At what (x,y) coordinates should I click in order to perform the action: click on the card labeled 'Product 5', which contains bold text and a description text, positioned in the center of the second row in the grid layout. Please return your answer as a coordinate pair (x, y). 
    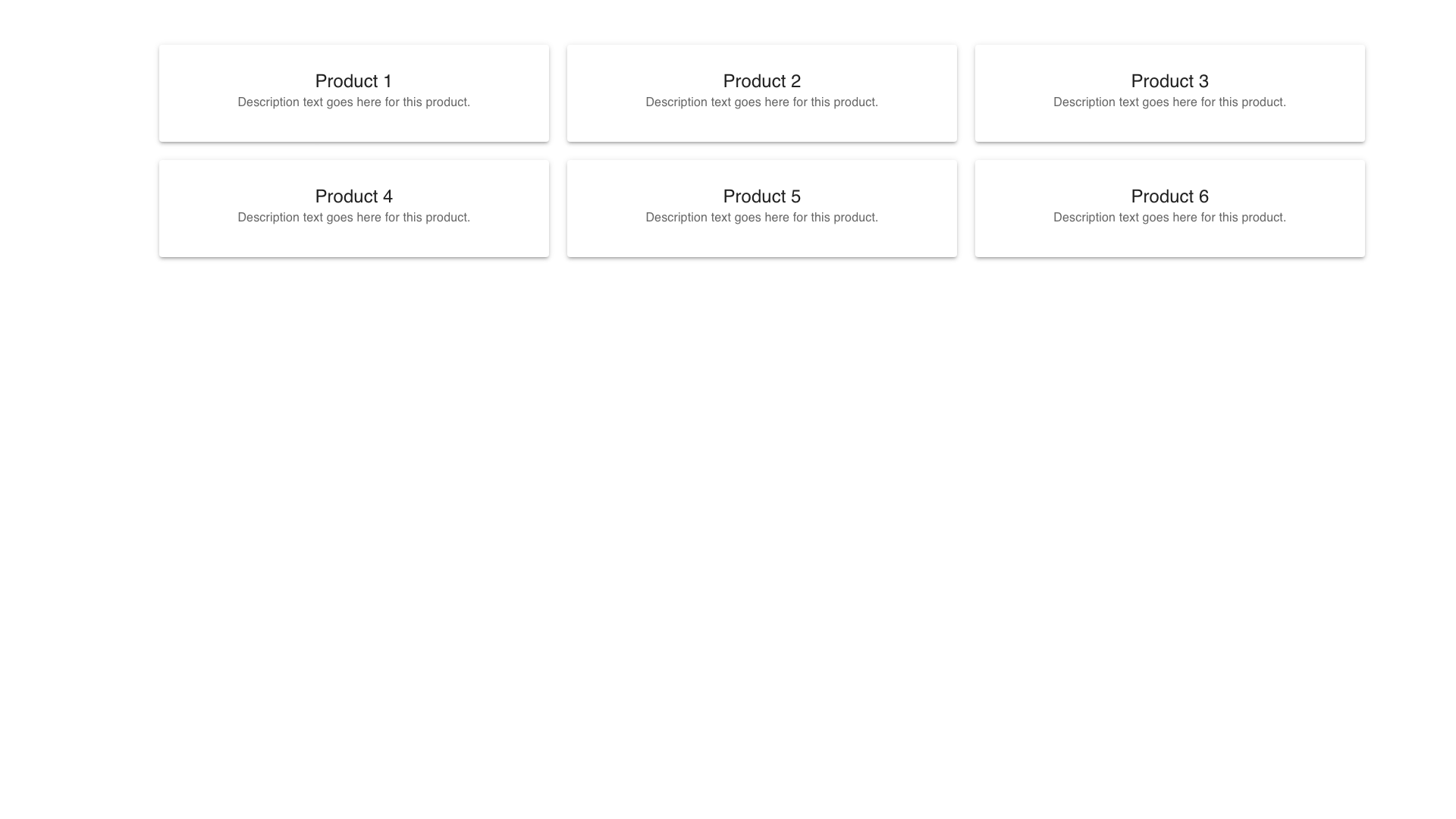
    Looking at the image, I should click on (761, 208).